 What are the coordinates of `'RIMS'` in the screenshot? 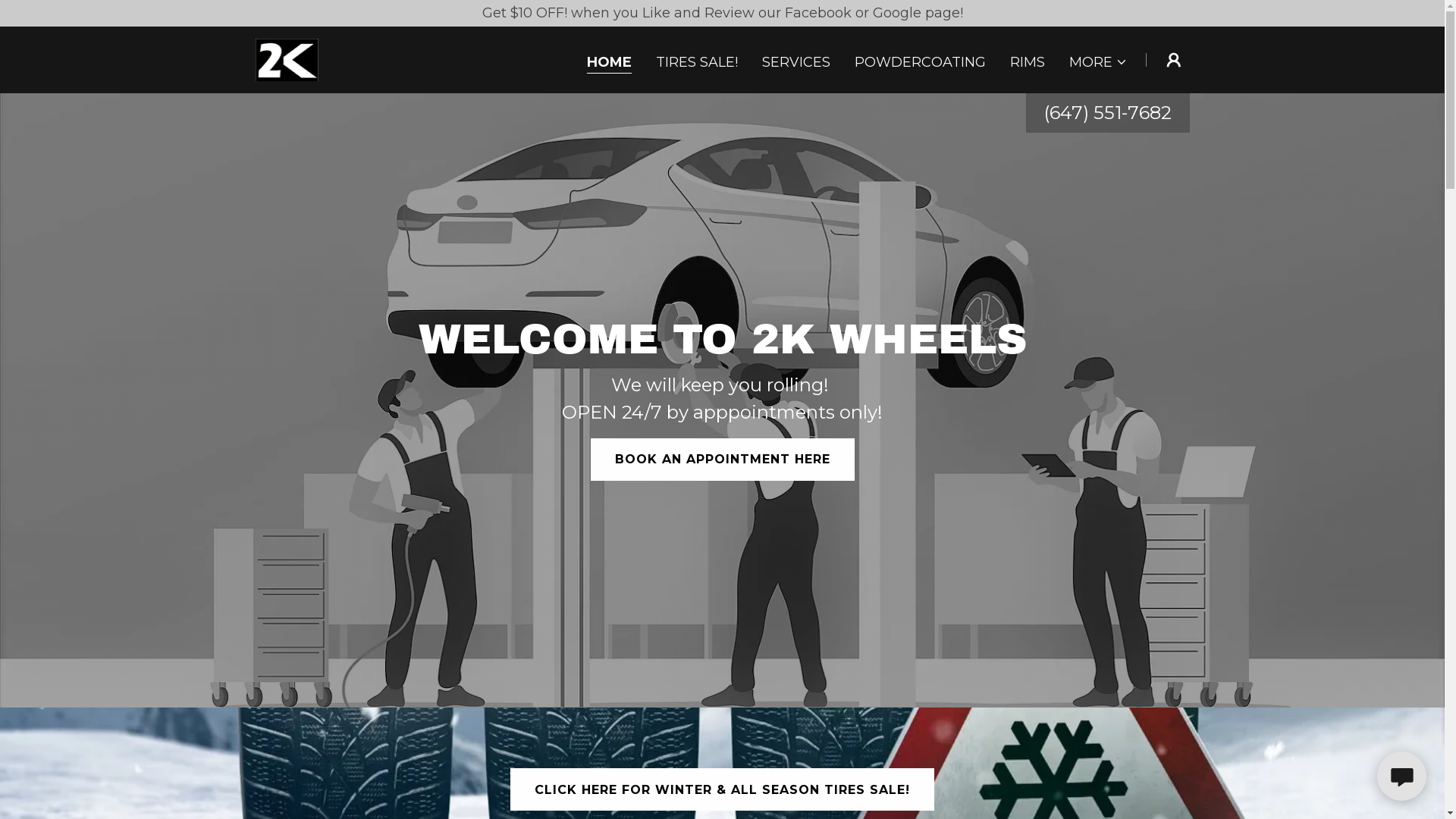 It's located at (1027, 61).